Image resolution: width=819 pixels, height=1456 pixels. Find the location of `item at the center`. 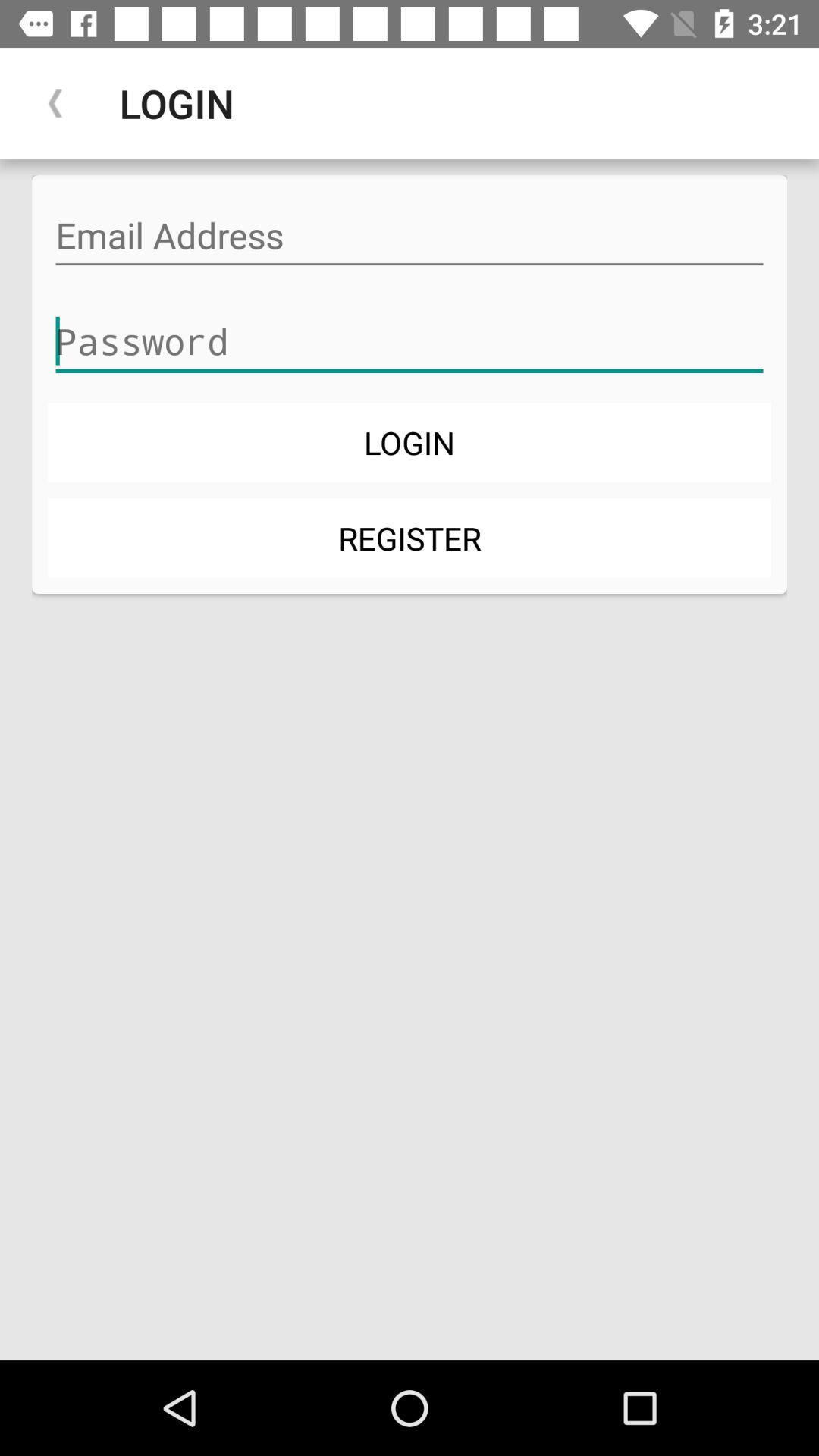

item at the center is located at coordinates (409, 538).